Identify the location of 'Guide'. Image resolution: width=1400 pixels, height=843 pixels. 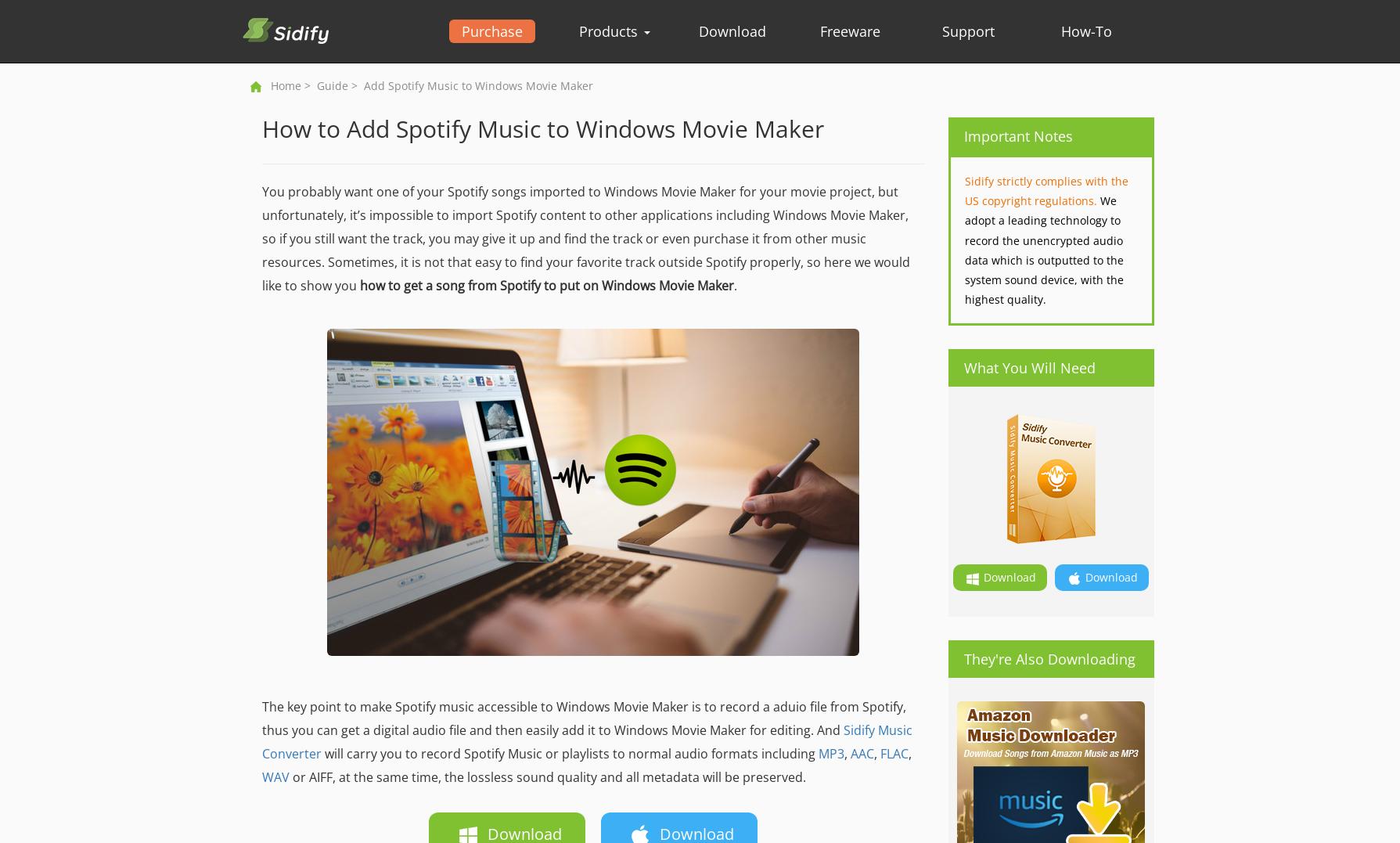
(330, 85).